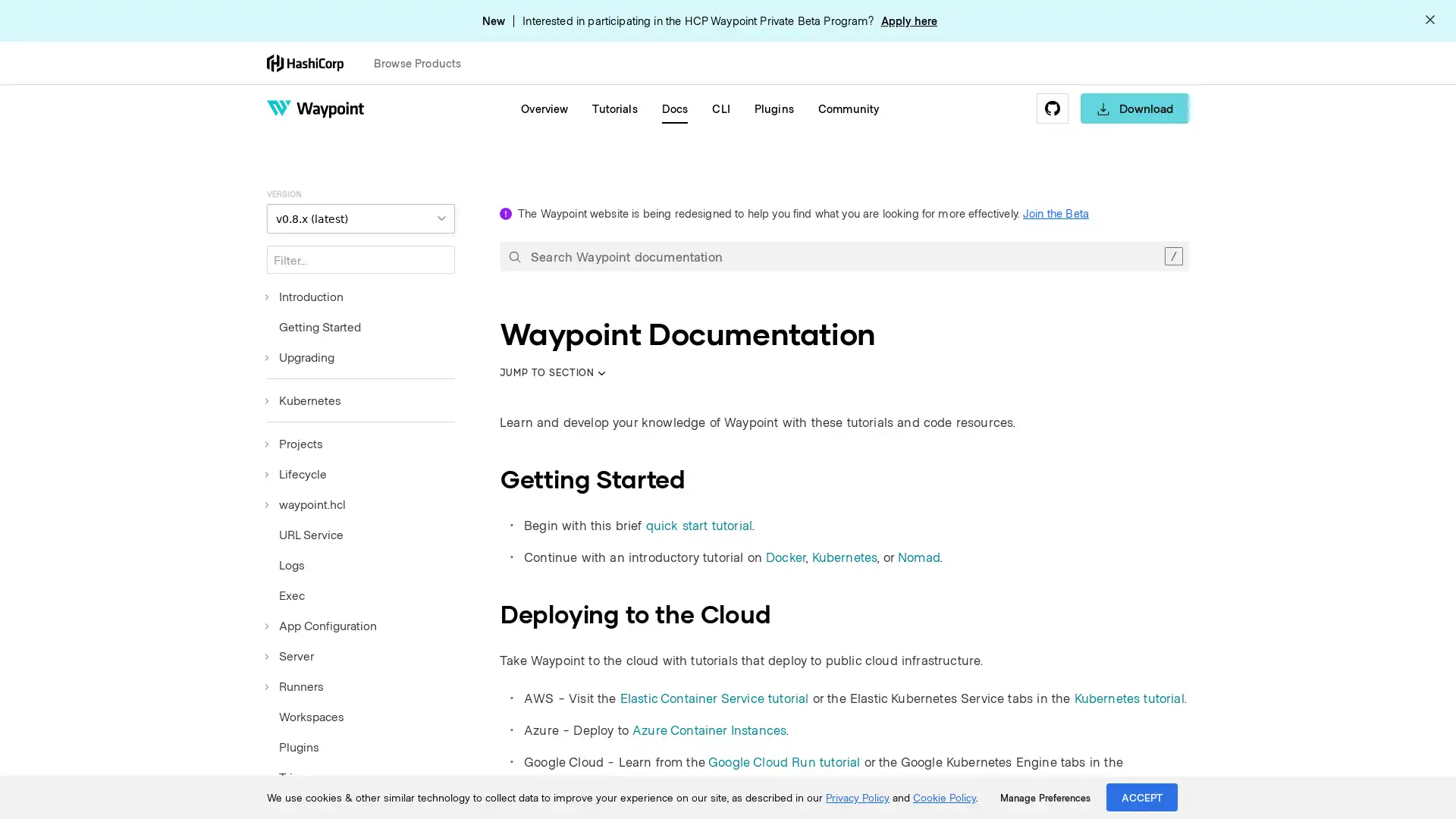 The image size is (1456, 819). What do you see at coordinates (1044, 797) in the screenshot?
I see `Manage Preferences` at bounding box center [1044, 797].